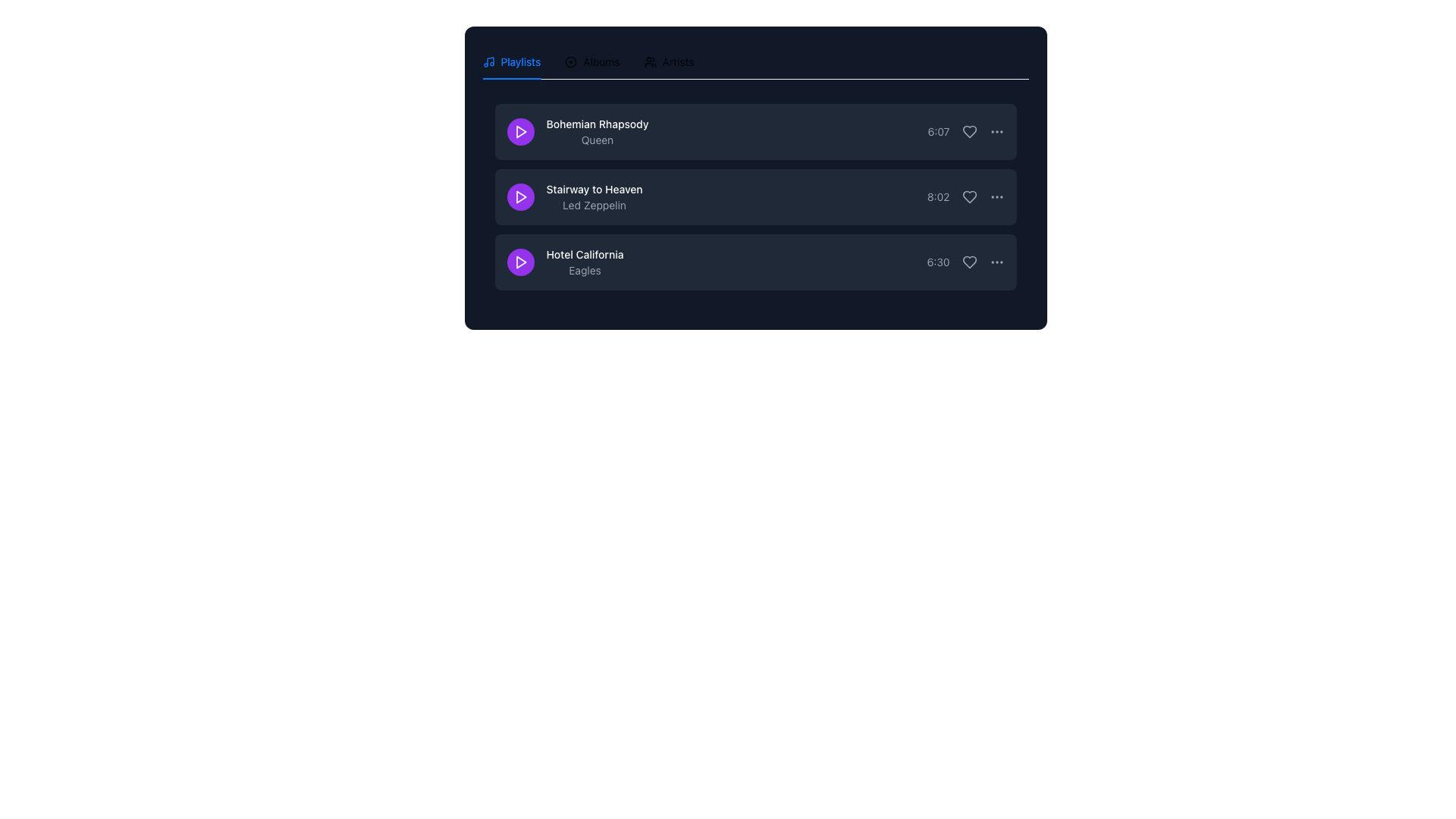 The width and height of the screenshot is (1456, 819). I want to click on the first navigation tab labeled 'Playlists' located at the top-left section of the interface, so click(511, 61).